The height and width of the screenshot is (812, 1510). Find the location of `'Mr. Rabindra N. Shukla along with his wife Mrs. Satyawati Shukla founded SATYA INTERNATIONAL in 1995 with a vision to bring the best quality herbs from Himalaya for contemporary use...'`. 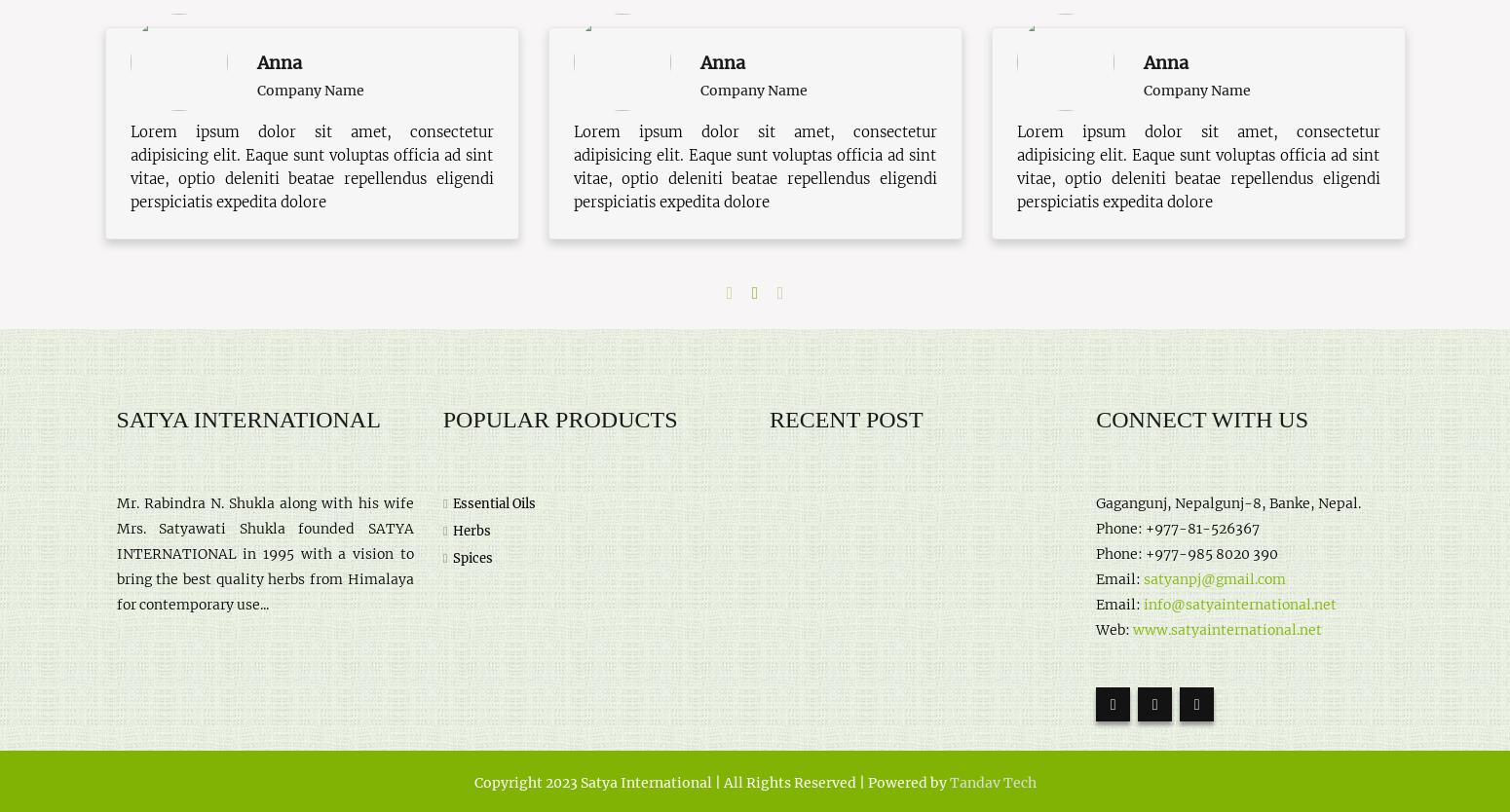

'Mr. Rabindra N. Shukla along with his wife Mrs. Satyawati Shukla founded SATYA INTERNATIONAL in 1995 with a vision to bring the best quality herbs from Himalaya for contemporary use...' is located at coordinates (116, 553).